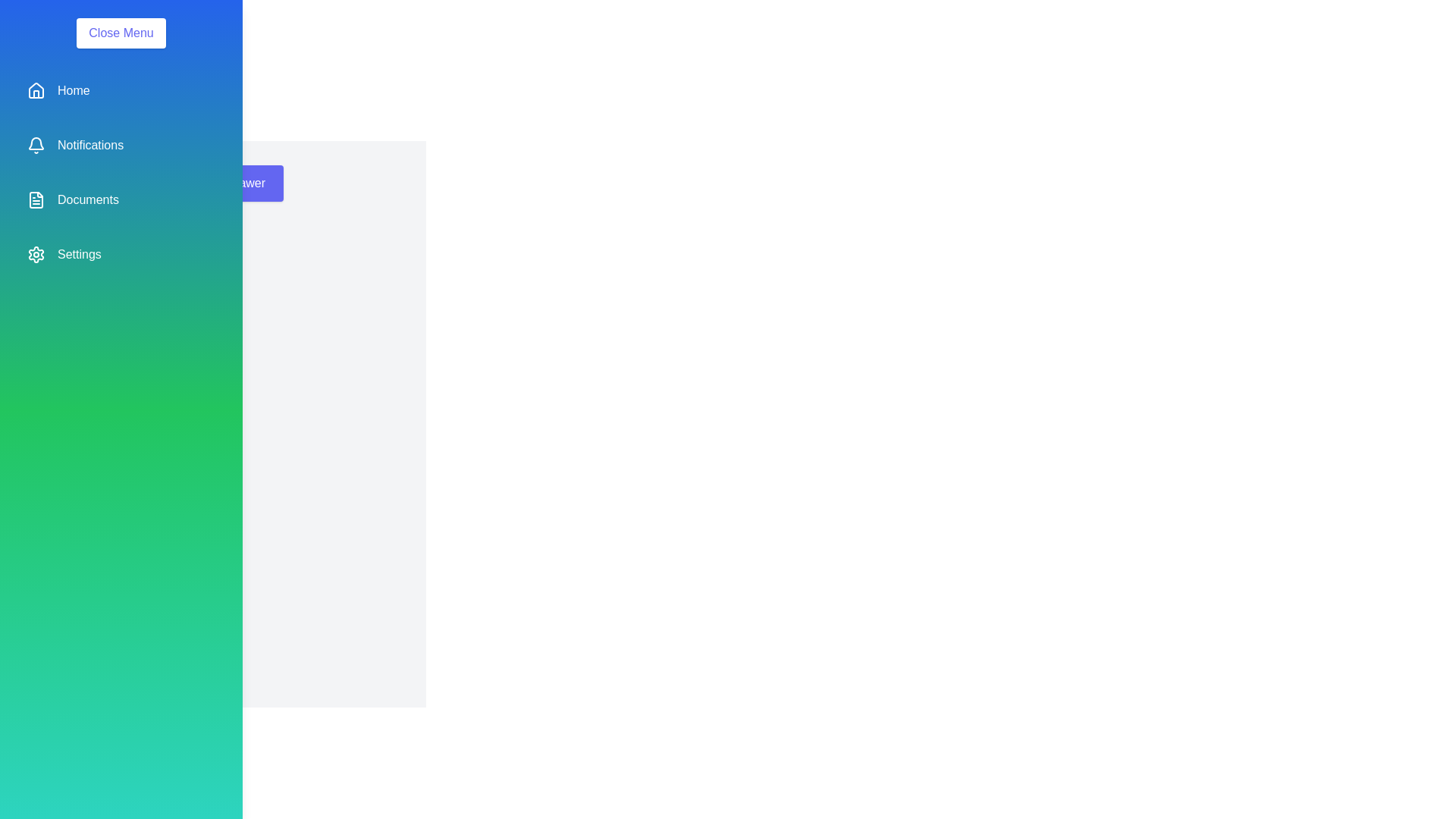  What do you see at coordinates (120, 253) in the screenshot?
I see `the menu item Settings to observe the hover effect` at bounding box center [120, 253].